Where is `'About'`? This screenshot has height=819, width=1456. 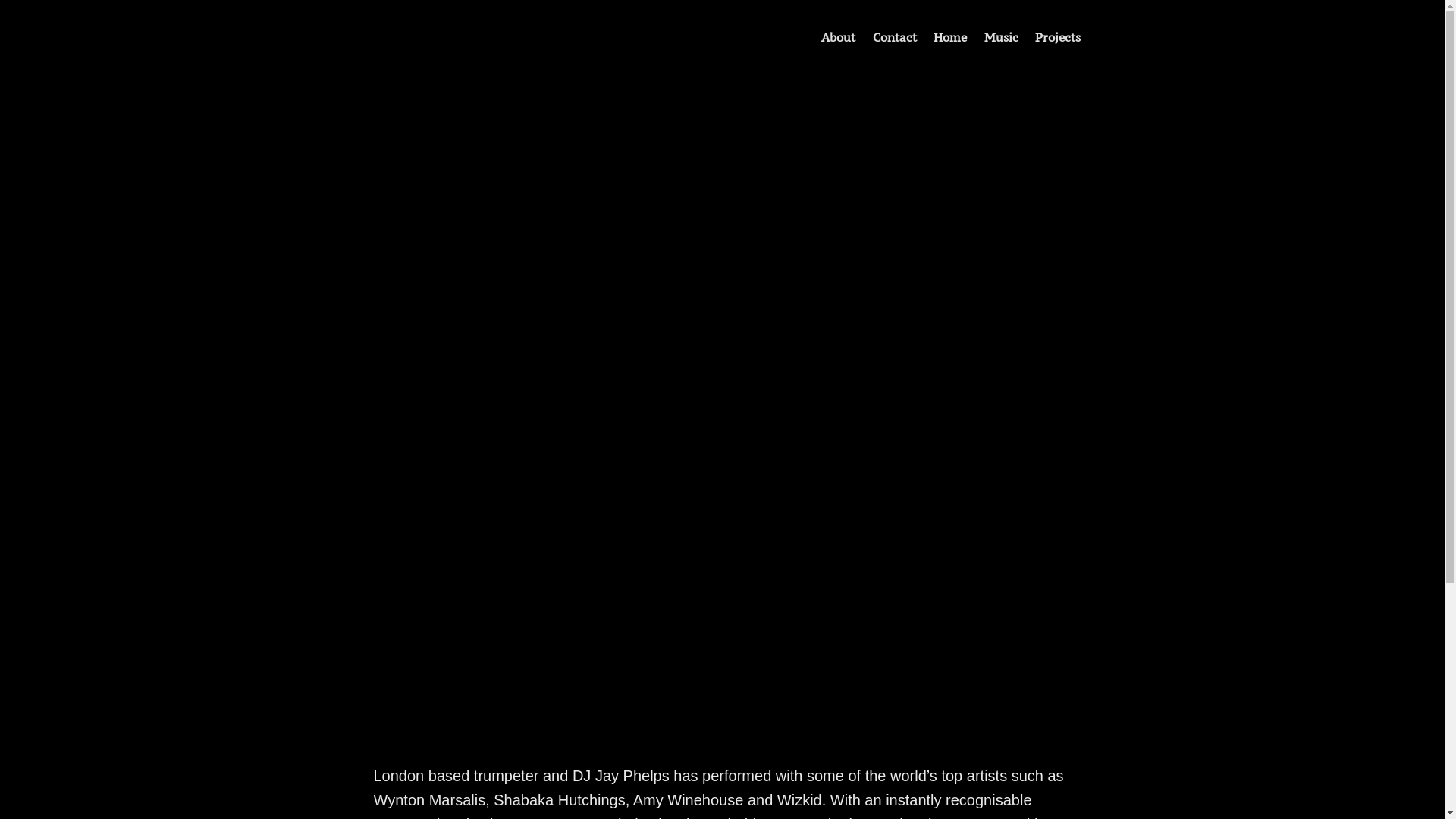 'About' is located at coordinates (837, 35).